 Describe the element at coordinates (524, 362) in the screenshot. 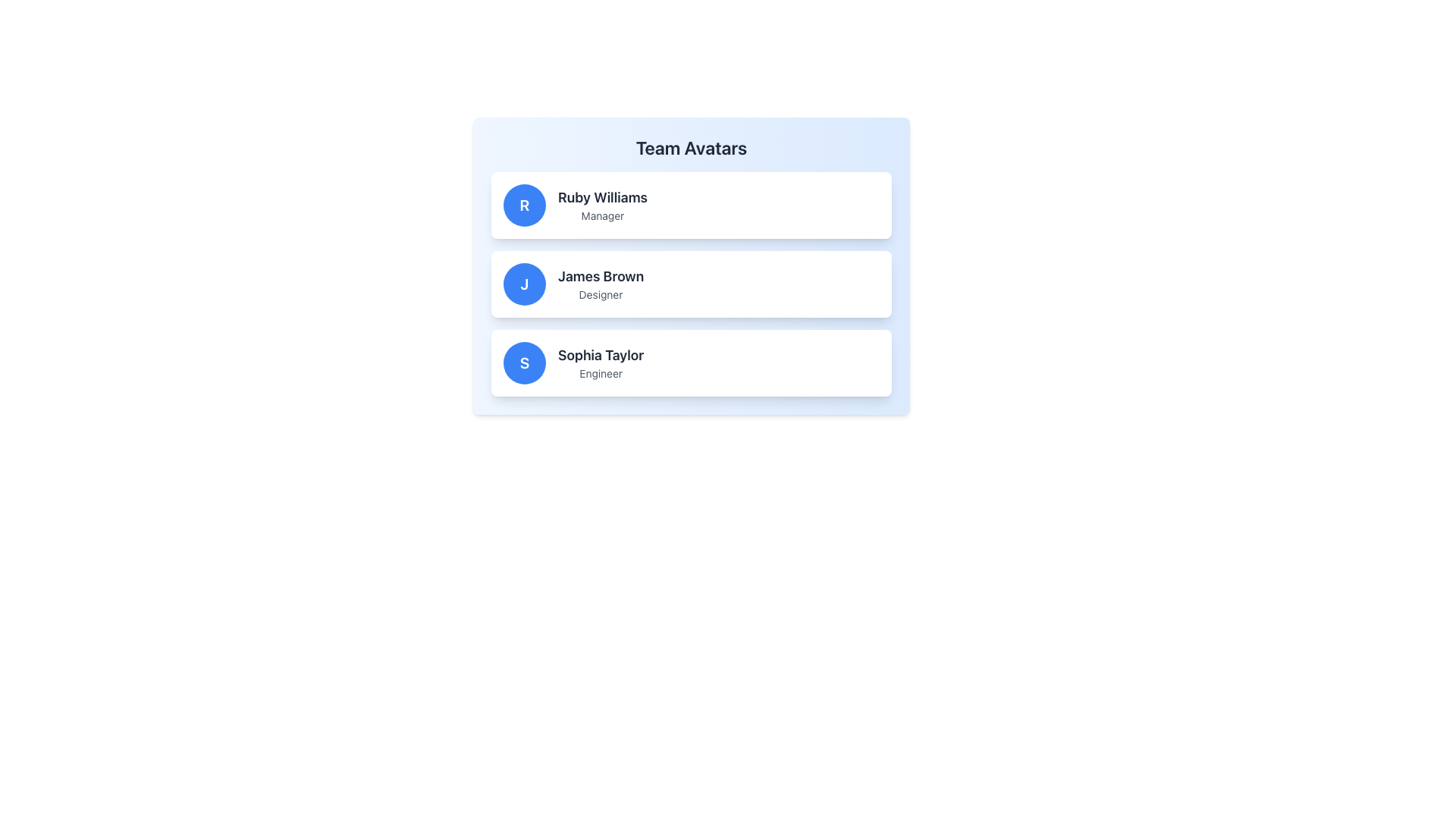

I see `the Avatar or Badge representing user 'Sophia Taylor', which serves as a visual marker in the list of users` at that location.